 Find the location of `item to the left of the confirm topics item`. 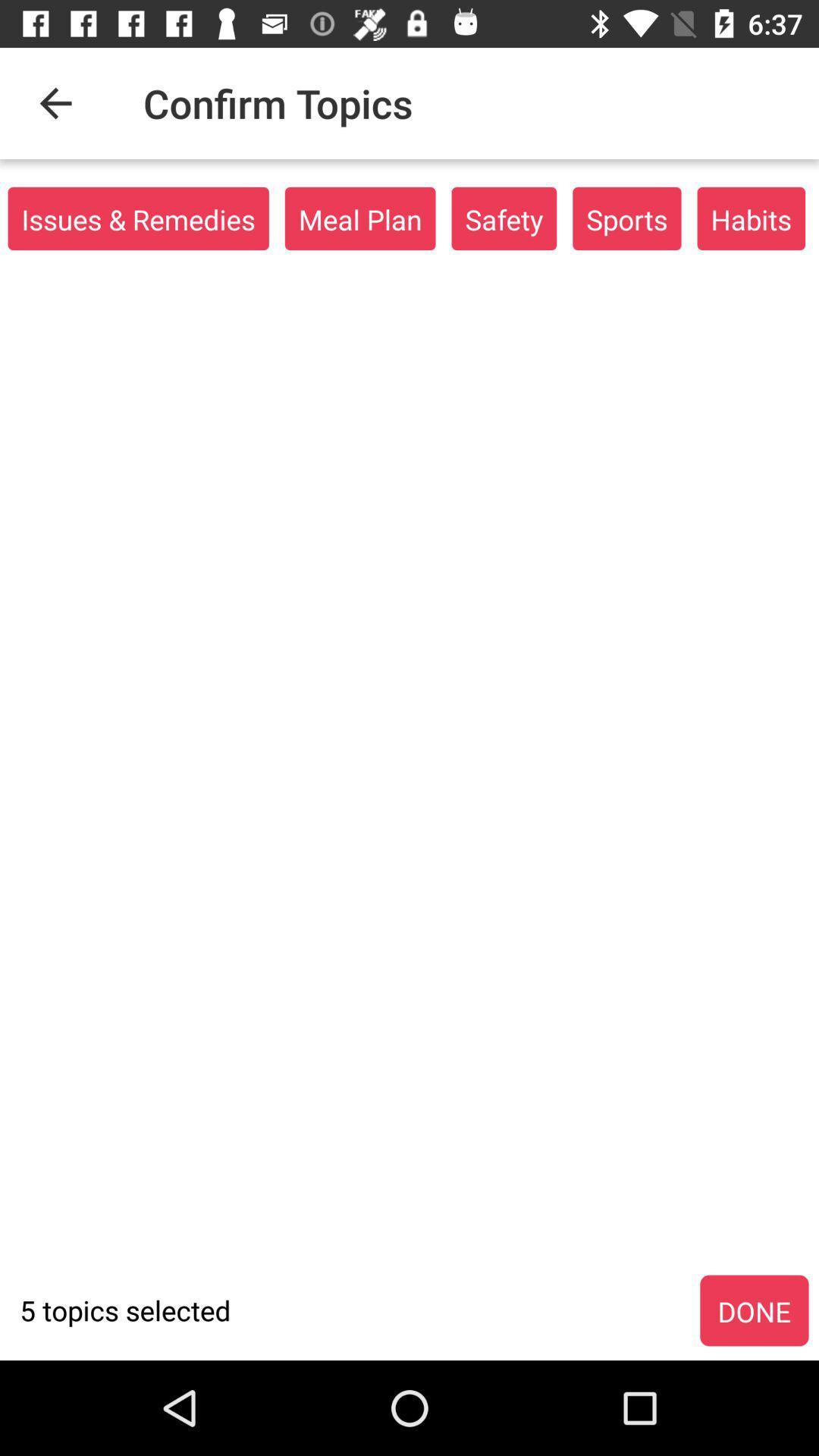

item to the left of the confirm topics item is located at coordinates (55, 102).